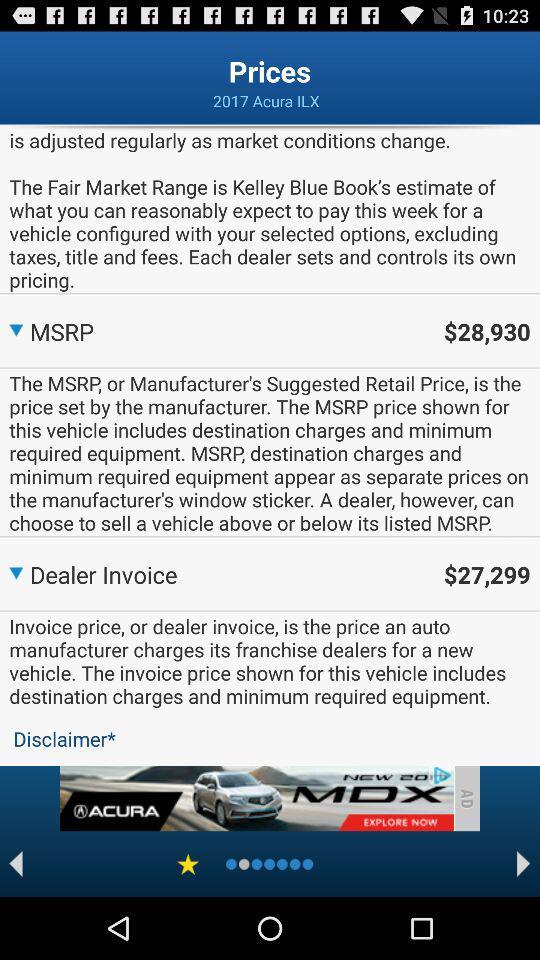  What do you see at coordinates (14, 328) in the screenshot?
I see `the left side first  down indication` at bounding box center [14, 328].